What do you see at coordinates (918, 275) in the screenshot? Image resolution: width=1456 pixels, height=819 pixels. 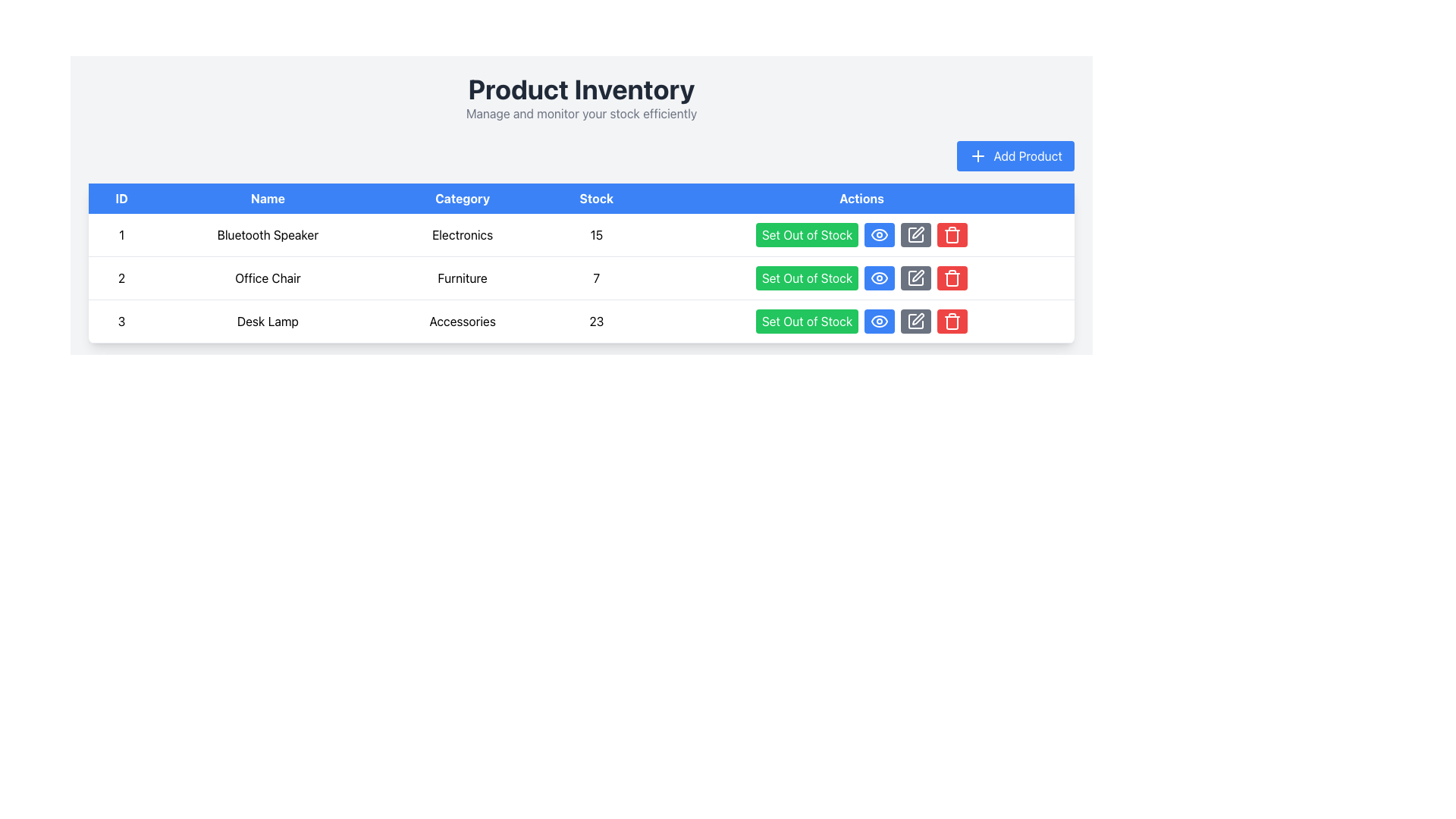 I see `the pen icon, the third action icon in the 'Actions' column of the product items table` at bounding box center [918, 275].